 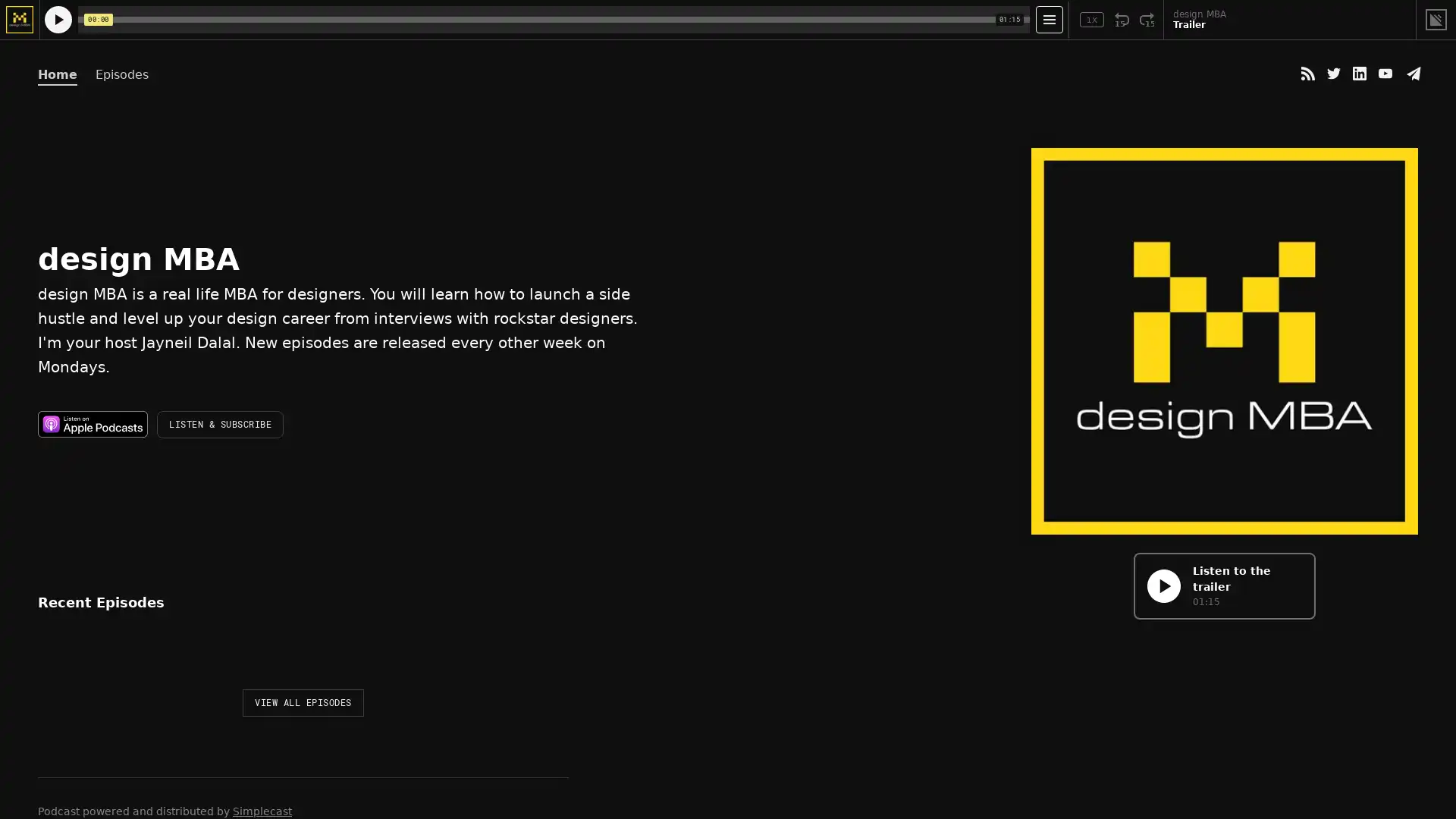 What do you see at coordinates (55, 665) in the screenshot?
I see `Play` at bounding box center [55, 665].